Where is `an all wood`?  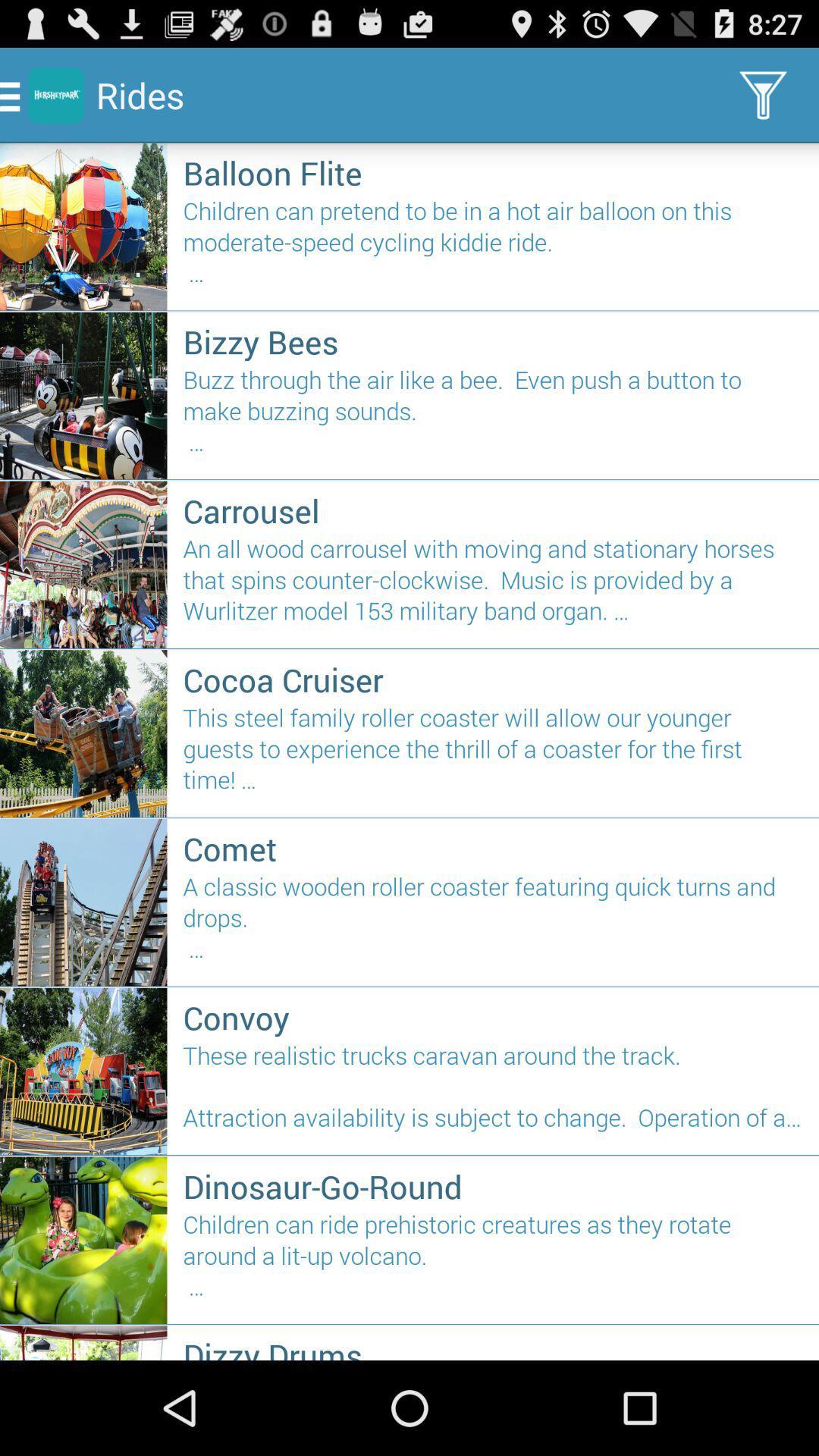
an all wood is located at coordinates (493, 585).